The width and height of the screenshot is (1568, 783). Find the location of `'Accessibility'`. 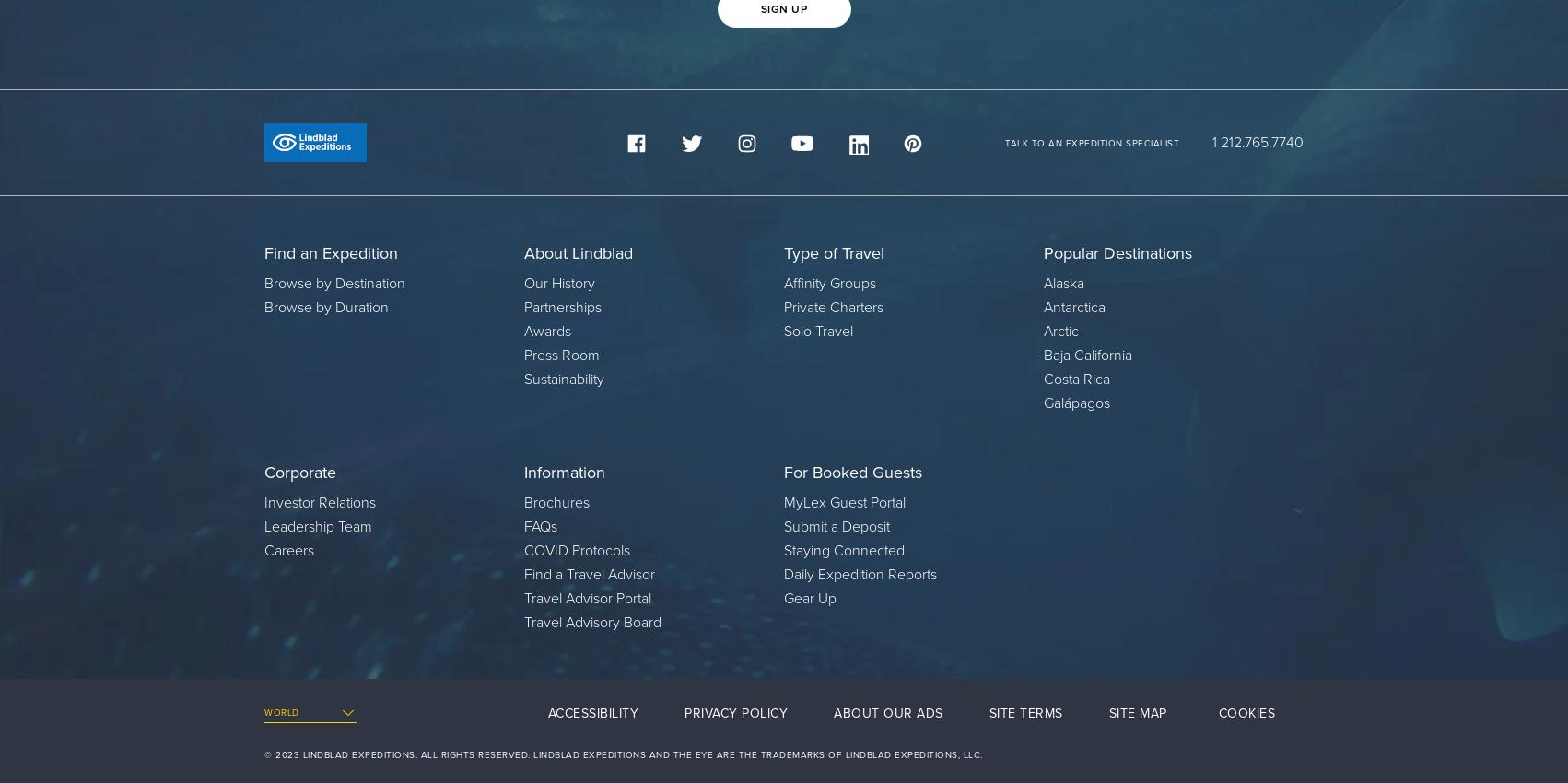

'Accessibility' is located at coordinates (546, 712).